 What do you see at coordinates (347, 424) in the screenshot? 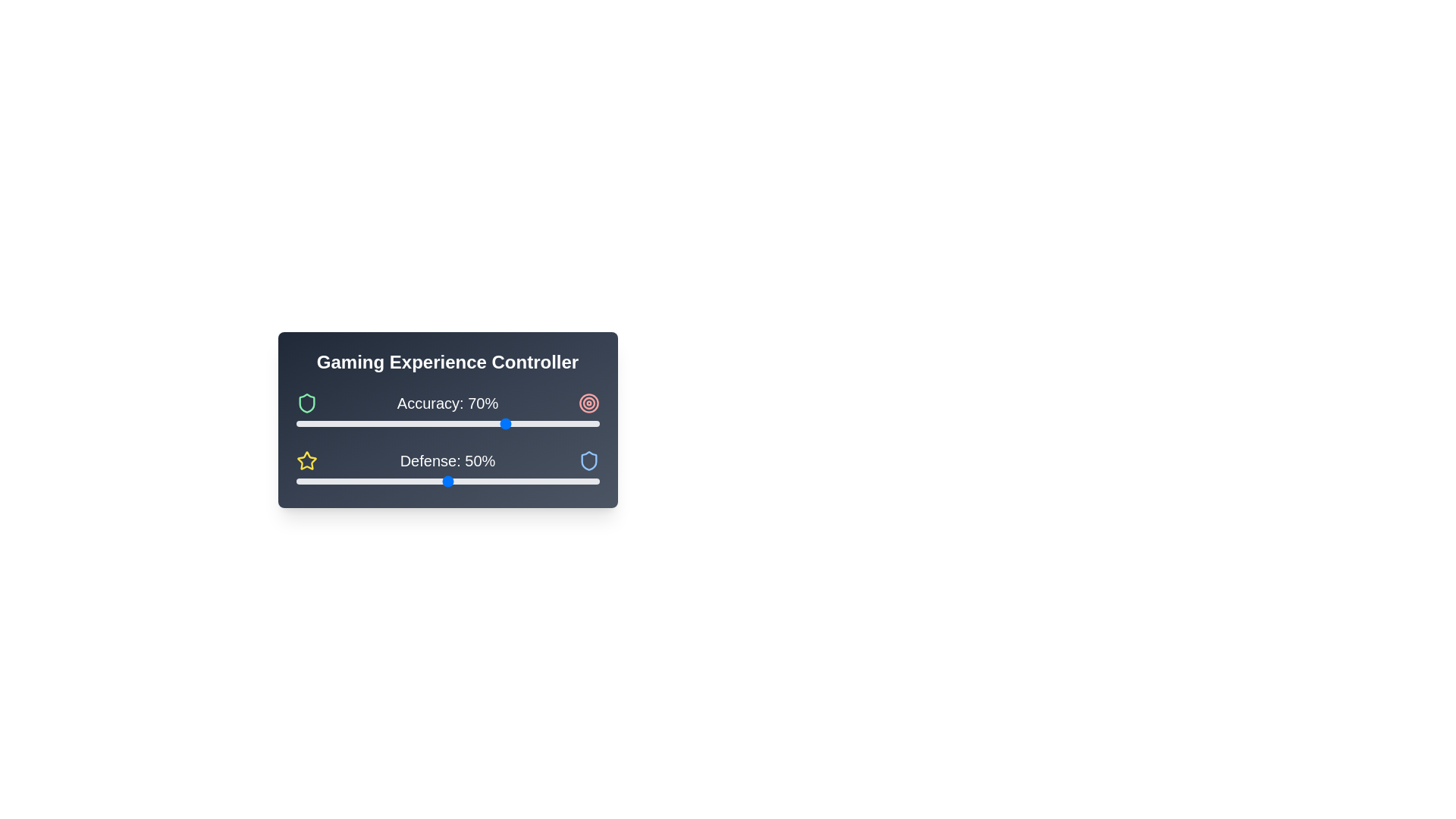
I see `the 'Accuracy' slider to set its value to 17%` at bounding box center [347, 424].